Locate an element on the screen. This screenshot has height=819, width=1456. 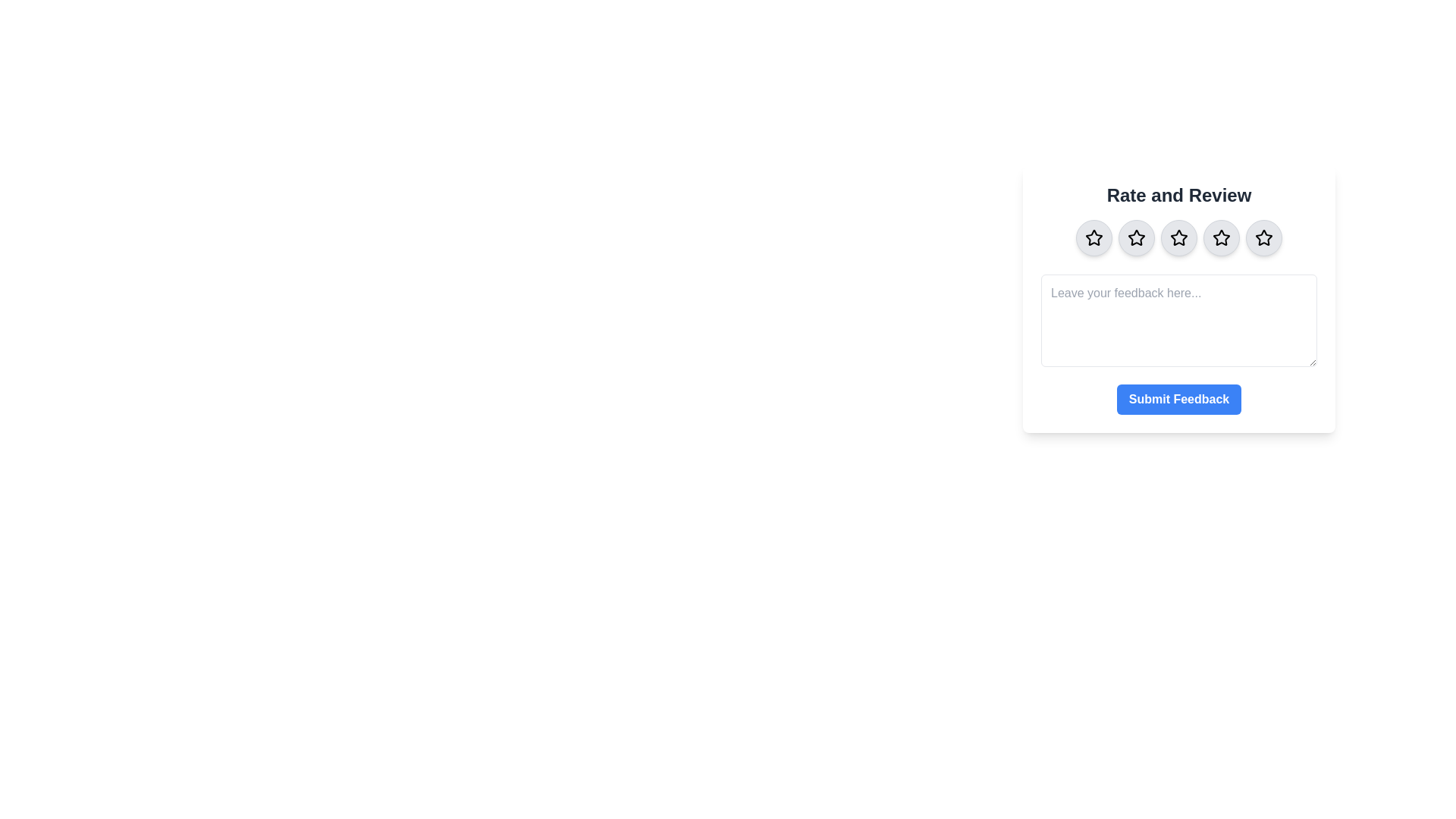
the visual state change of the selected star icon, which is the third star in a group of five, located at the top-center of the 'Rate and Review' card is located at coordinates (1178, 237).